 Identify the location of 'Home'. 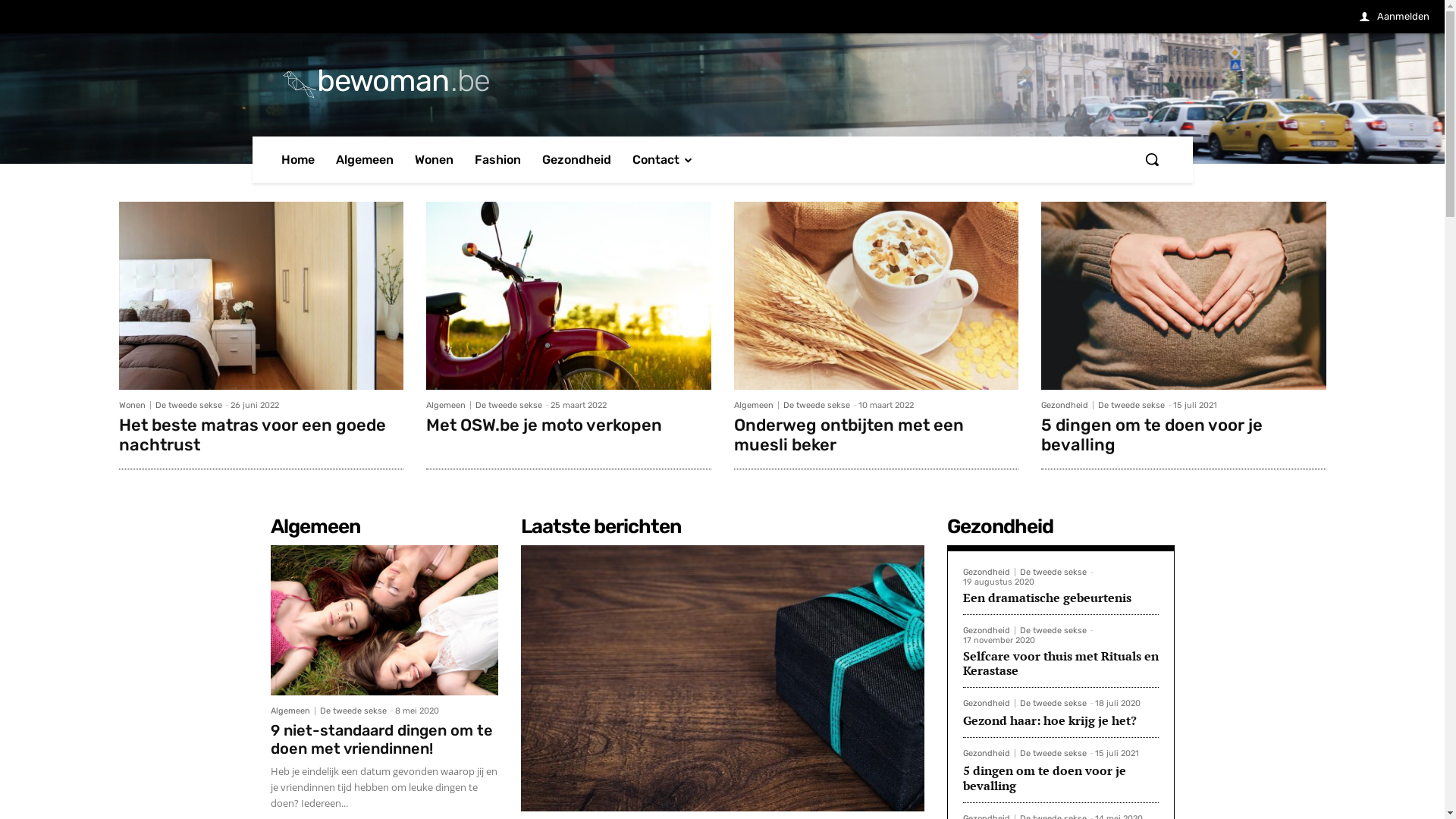
(297, 159).